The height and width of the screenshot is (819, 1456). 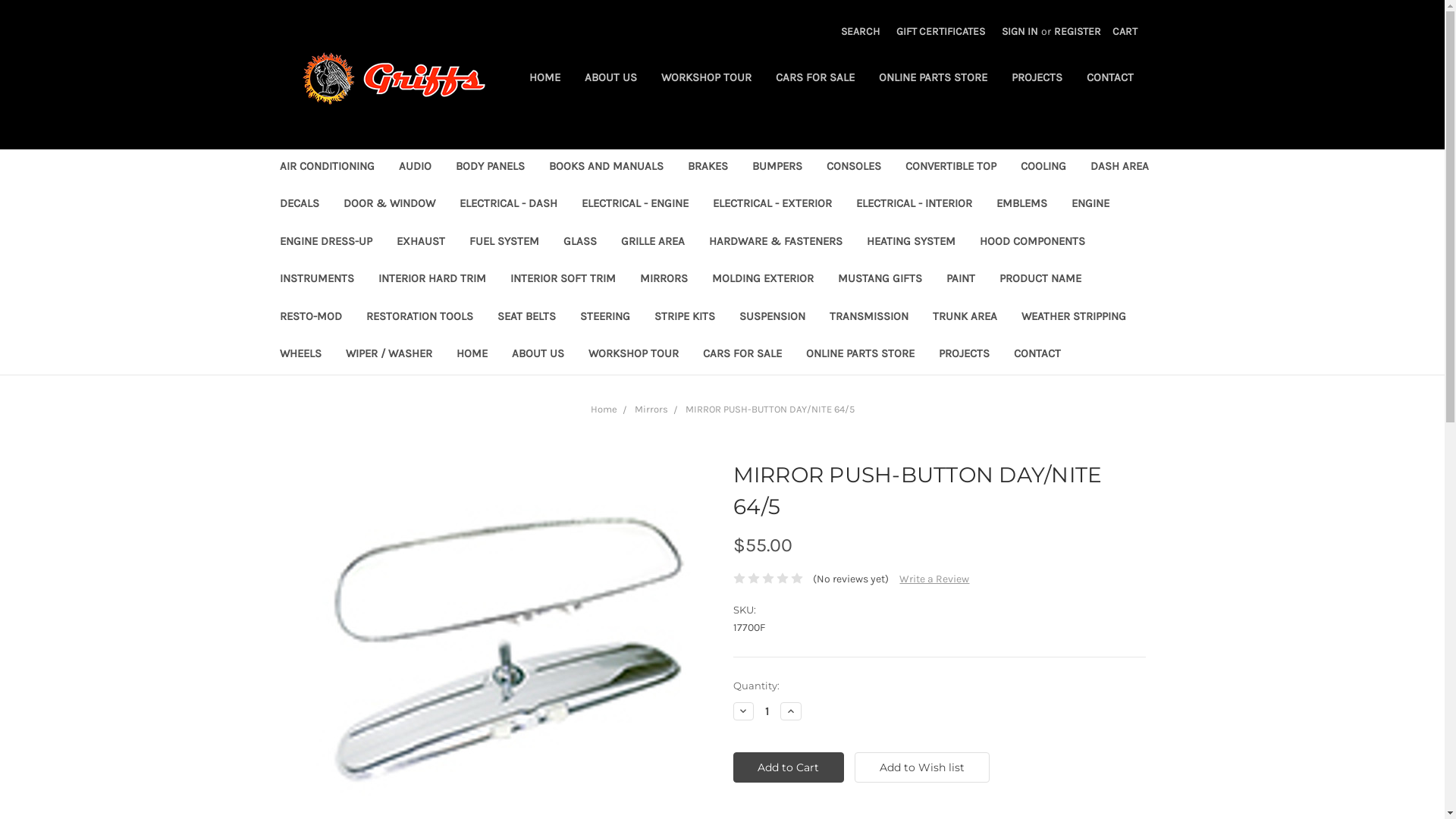 What do you see at coordinates (706, 168) in the screenshot?
I see `'BRAKES'` at bounding box center [706, 168].